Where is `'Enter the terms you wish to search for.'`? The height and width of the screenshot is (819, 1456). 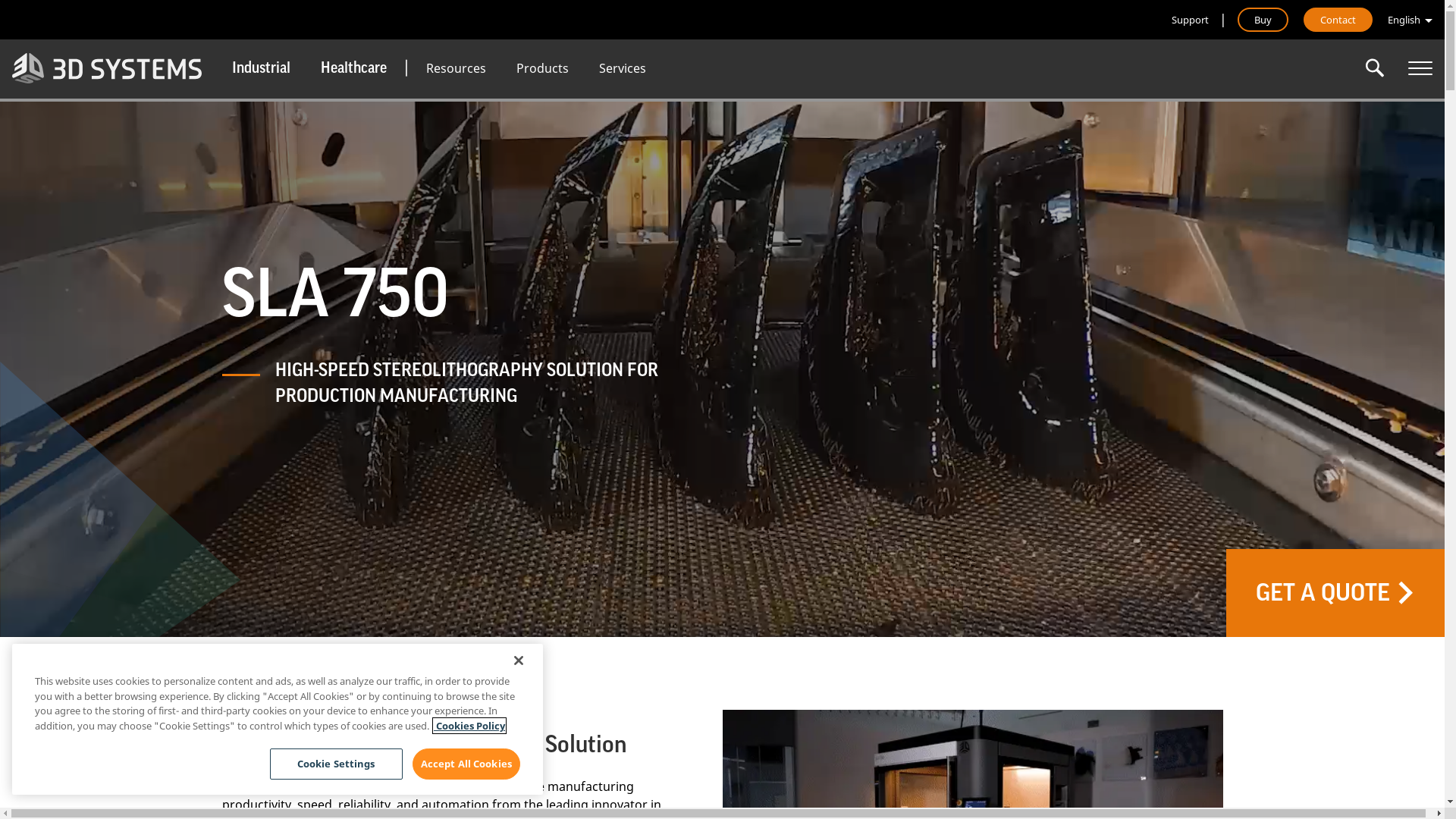
'Enter the terms you wish to search for.' is located at coordinates (1375, 67).